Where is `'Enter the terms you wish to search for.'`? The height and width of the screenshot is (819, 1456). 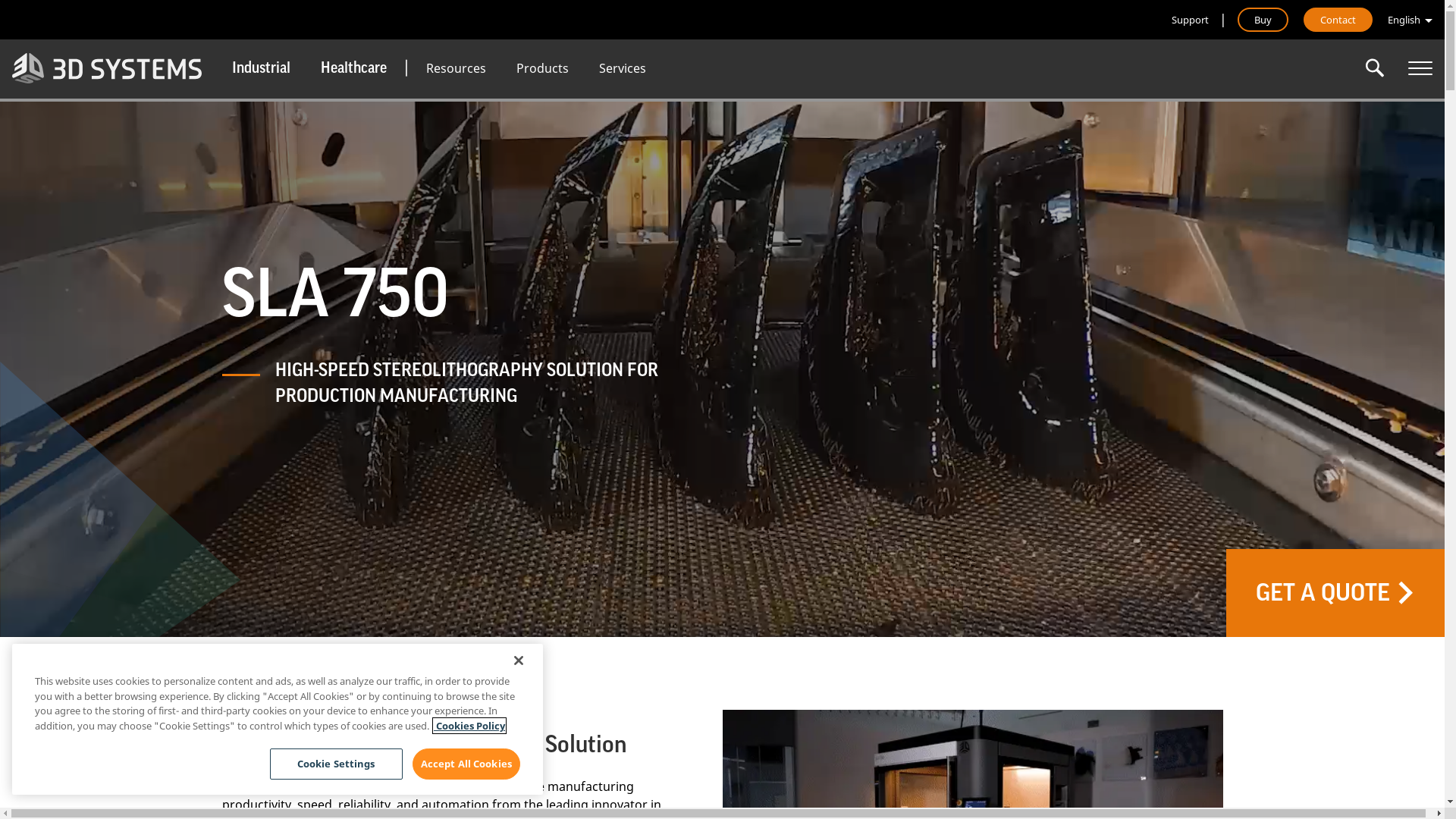
'Enter the terms you wish to search for.' is located at coordinates (1375, 67).